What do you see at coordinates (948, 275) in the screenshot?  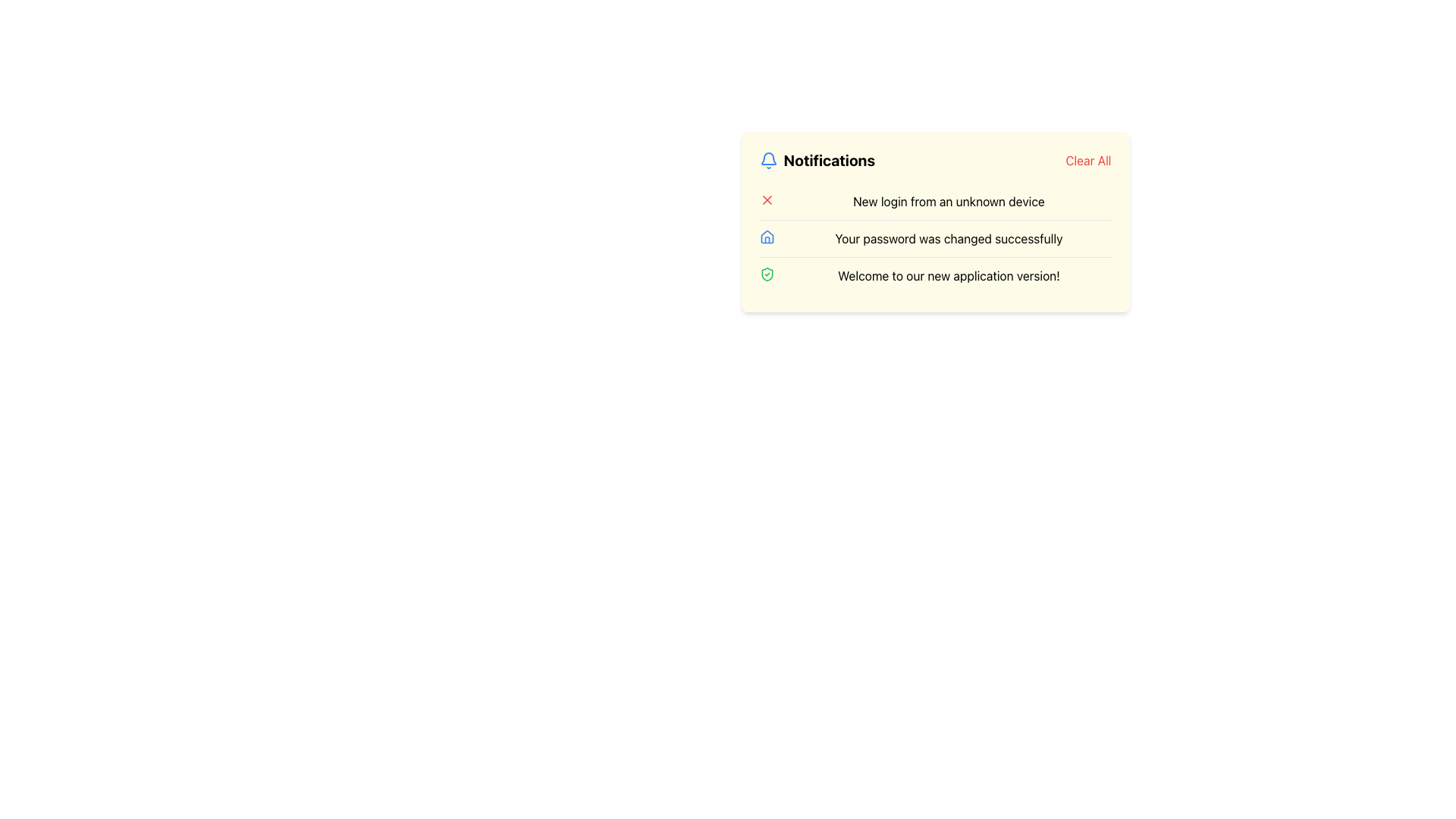 I see `the notification message indicating the new application version in the Notifications panel, located at the bottom-most space in the listed notifications` at bounding box center [948, 275].